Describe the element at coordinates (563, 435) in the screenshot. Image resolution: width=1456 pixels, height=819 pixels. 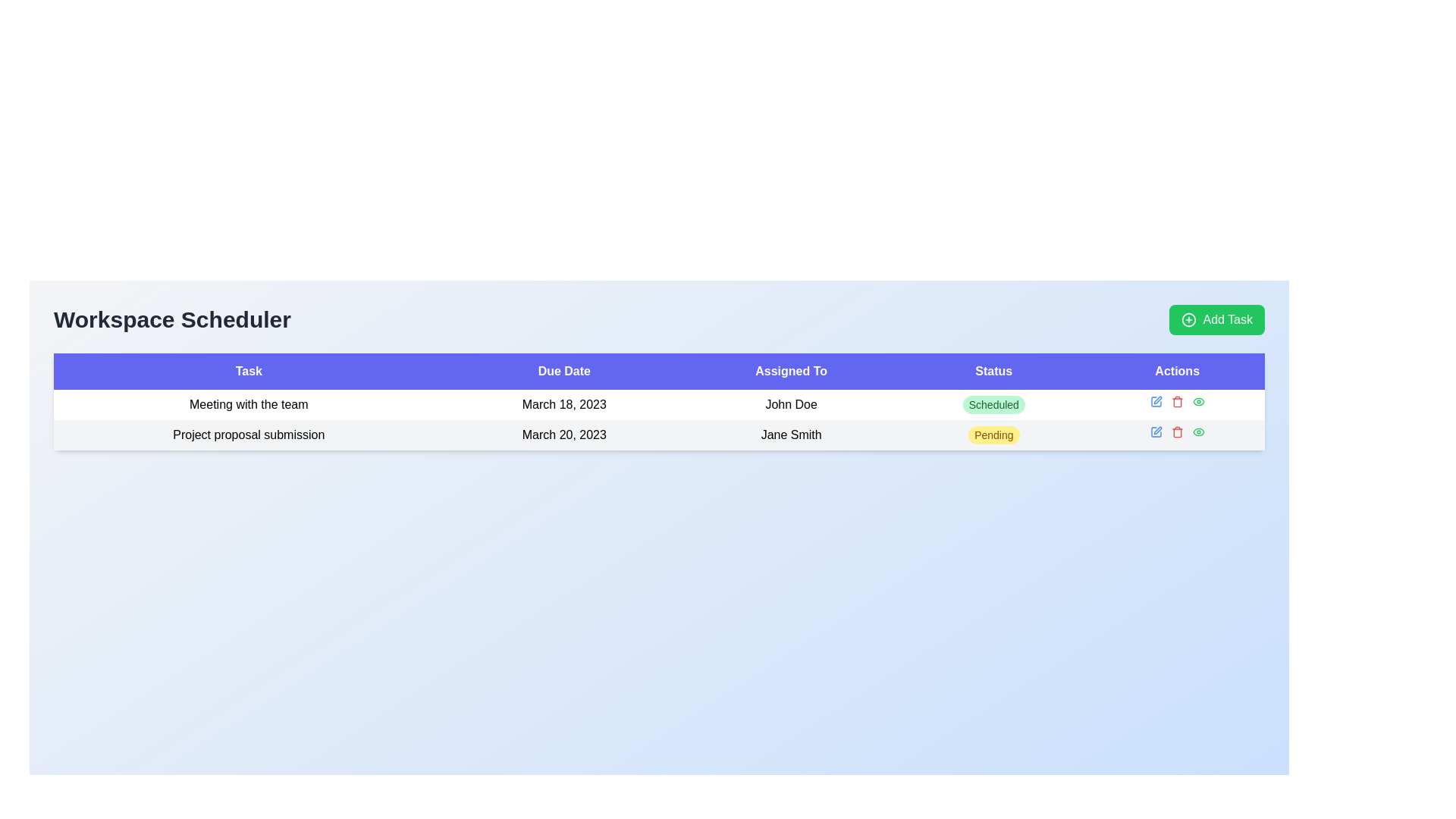
I see `information displayed in the text label showing 'March 20, 2023' in the 'Due Date' column of the second row in the table` at that location.